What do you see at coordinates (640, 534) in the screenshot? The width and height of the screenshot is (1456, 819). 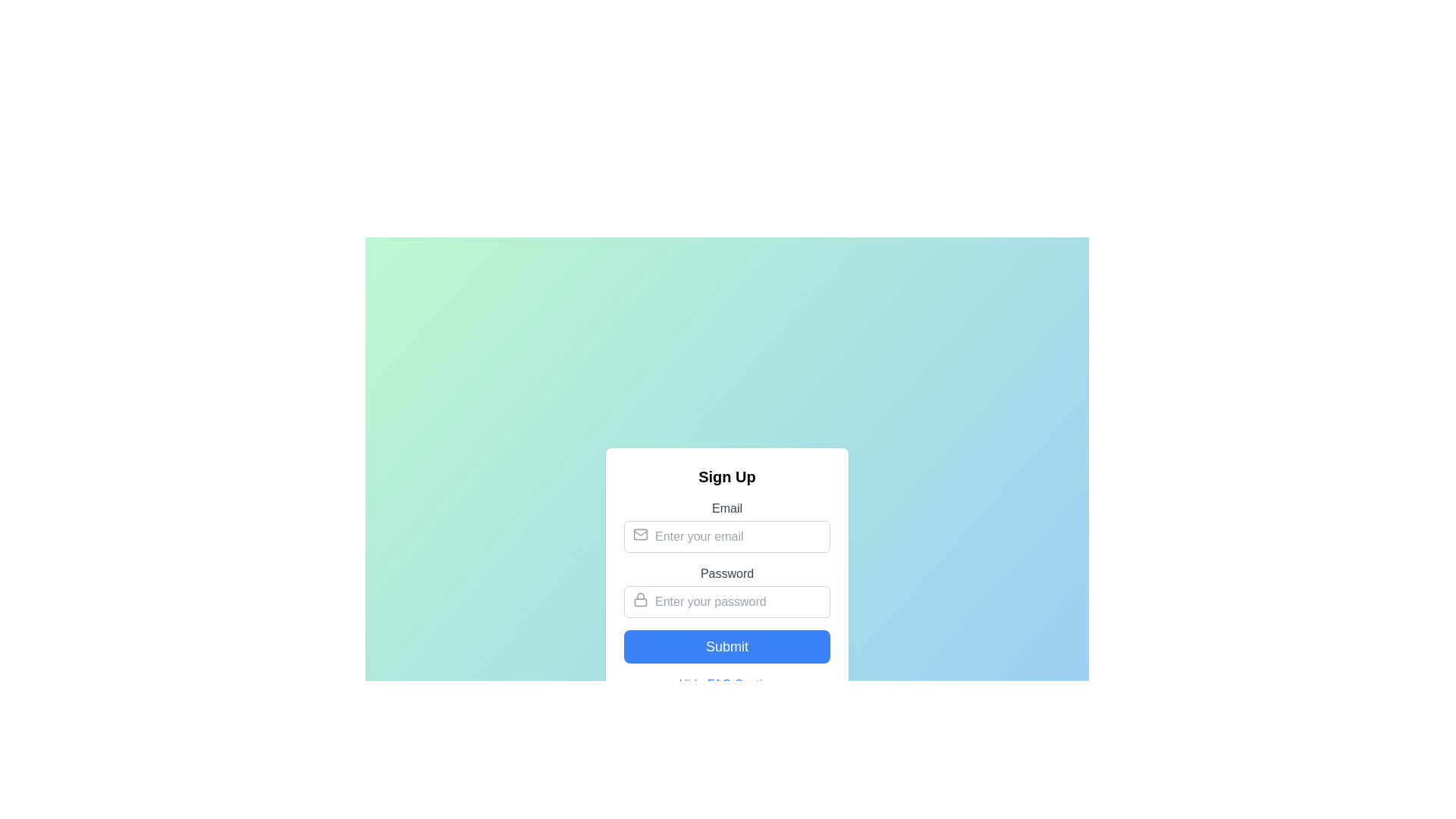 I see `the decorative rectangle within the envelope-shaped icon located next to the 'Enter your email' text input field in the sign-up form` at bounding box center [640, 534].